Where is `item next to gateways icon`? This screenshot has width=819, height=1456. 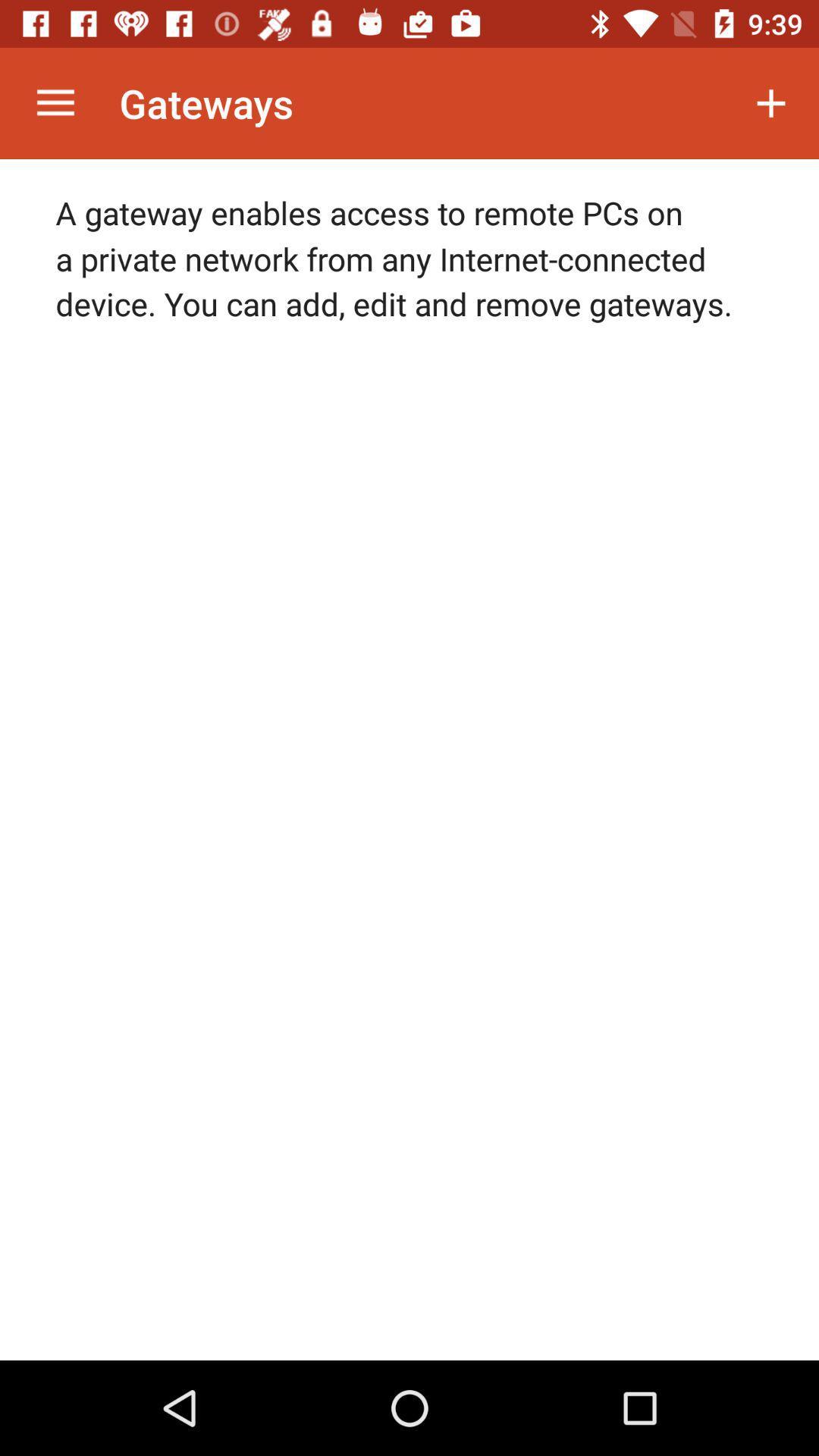
item next to gateways icon is located at coordinates (55, 102).